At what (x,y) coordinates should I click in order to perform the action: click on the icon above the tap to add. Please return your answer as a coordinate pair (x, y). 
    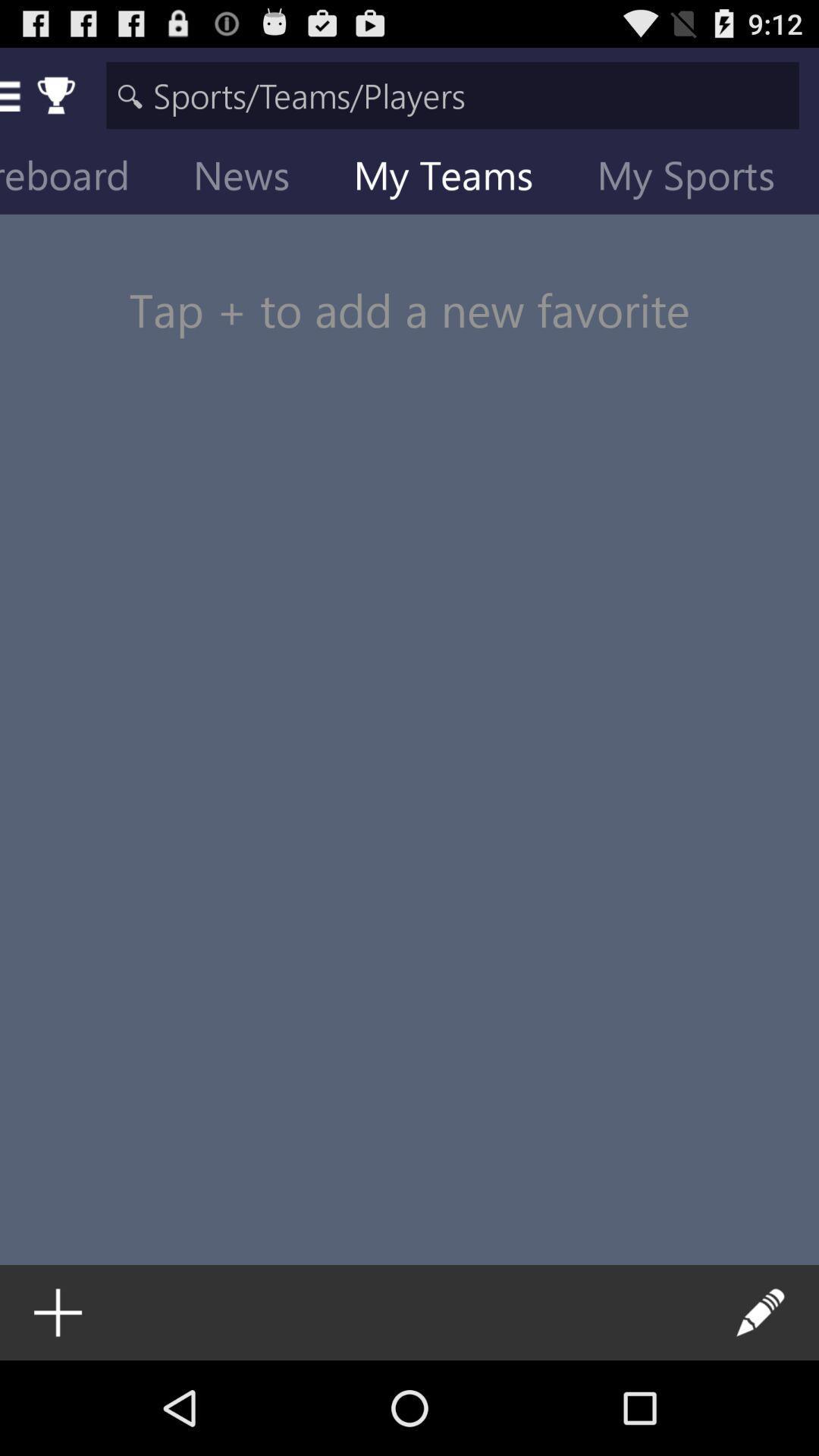
    Looking at the image, I should click on (253, 178).